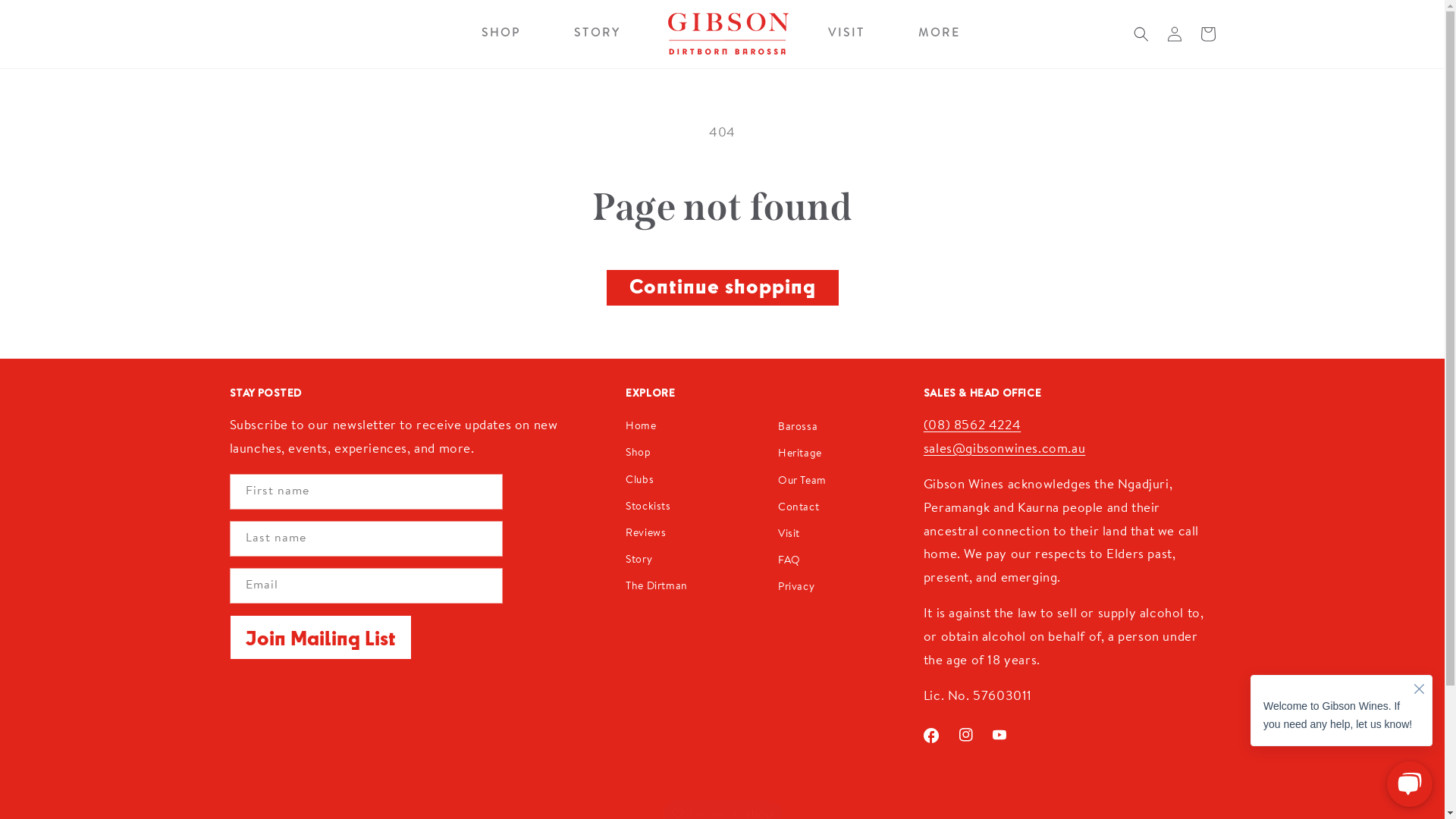  Describe the element at coordinates (796, 428) in the screenshot. I see `'Barossa'` at that location.